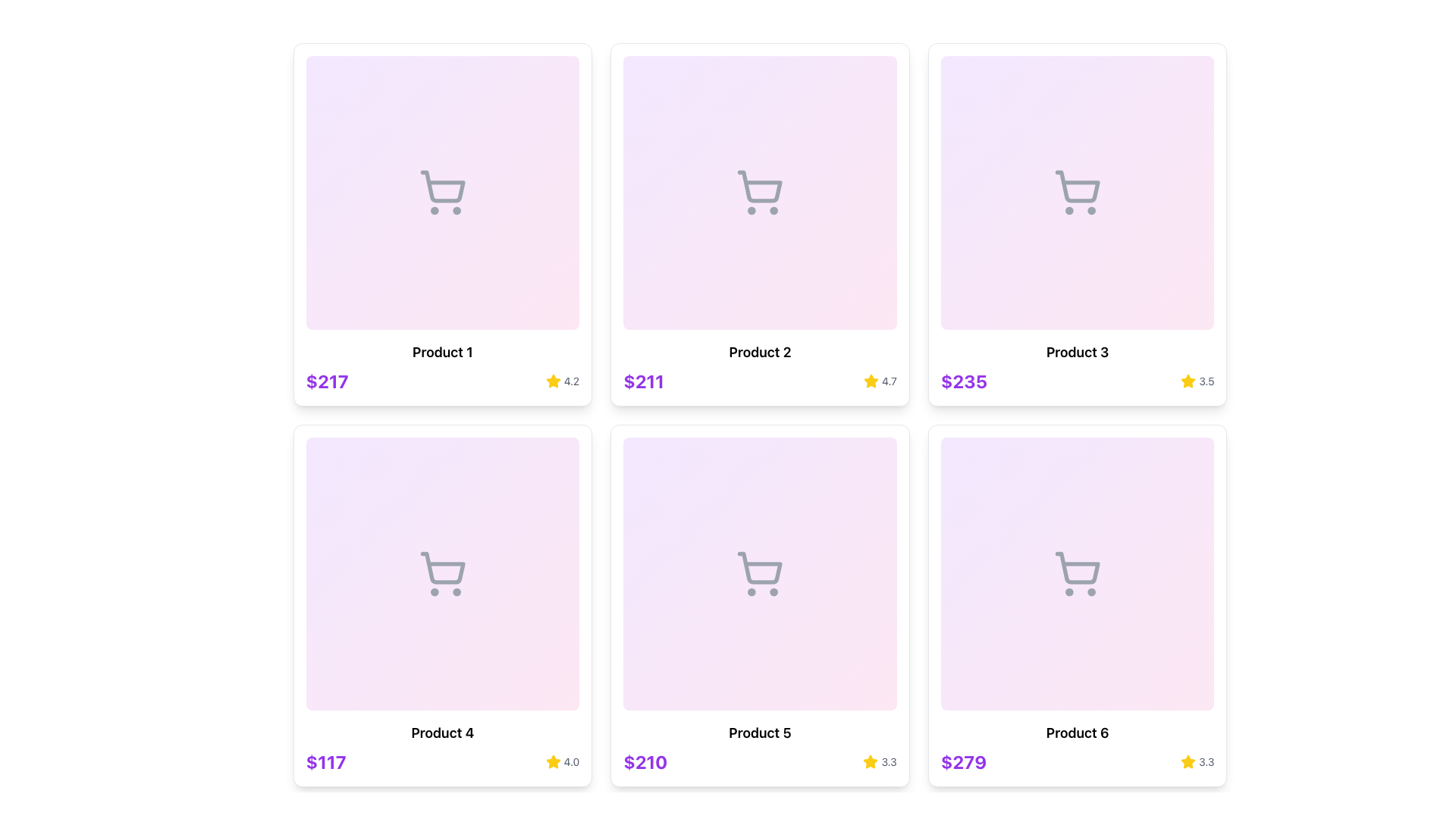  What do you see at coordinates (1077, 192) in the screenshot?
I see `the shopping cart icon, which is styled with a gray stroke on a transparent background, located in the third product card above the text label 'Product 3'` at bounding box center [1077, 192].